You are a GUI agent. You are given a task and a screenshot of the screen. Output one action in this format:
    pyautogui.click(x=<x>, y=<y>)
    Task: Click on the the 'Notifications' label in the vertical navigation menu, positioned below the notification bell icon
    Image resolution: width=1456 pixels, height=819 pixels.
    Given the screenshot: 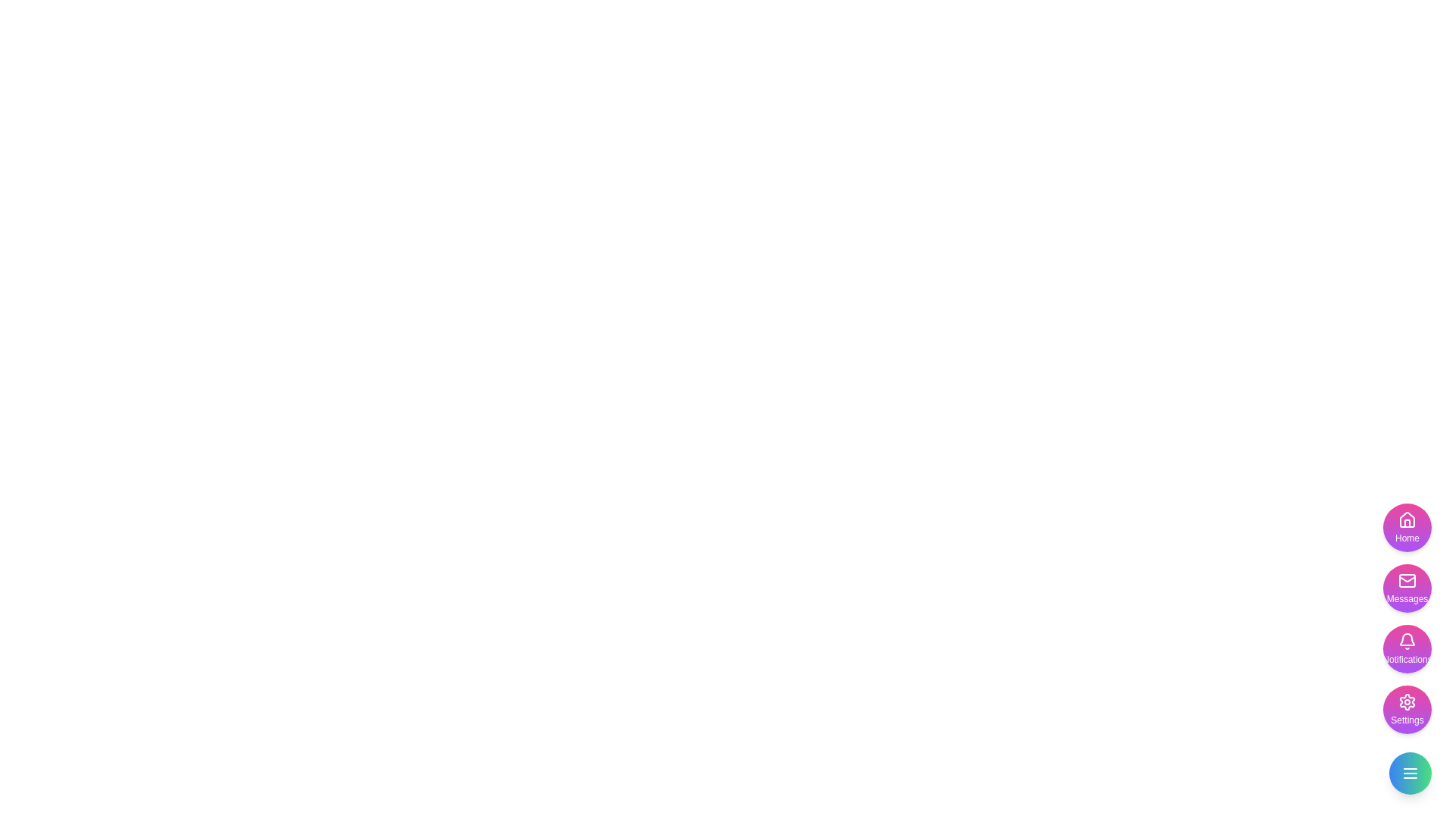 What is the action you would take?
    pyautogui.click(x=1407, y=659)
    